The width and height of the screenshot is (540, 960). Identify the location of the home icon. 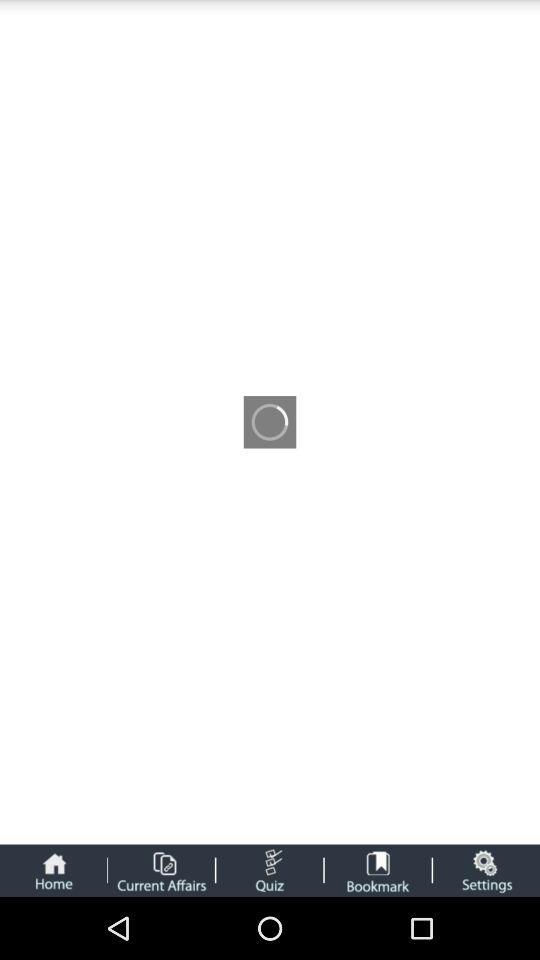
(53, 931).